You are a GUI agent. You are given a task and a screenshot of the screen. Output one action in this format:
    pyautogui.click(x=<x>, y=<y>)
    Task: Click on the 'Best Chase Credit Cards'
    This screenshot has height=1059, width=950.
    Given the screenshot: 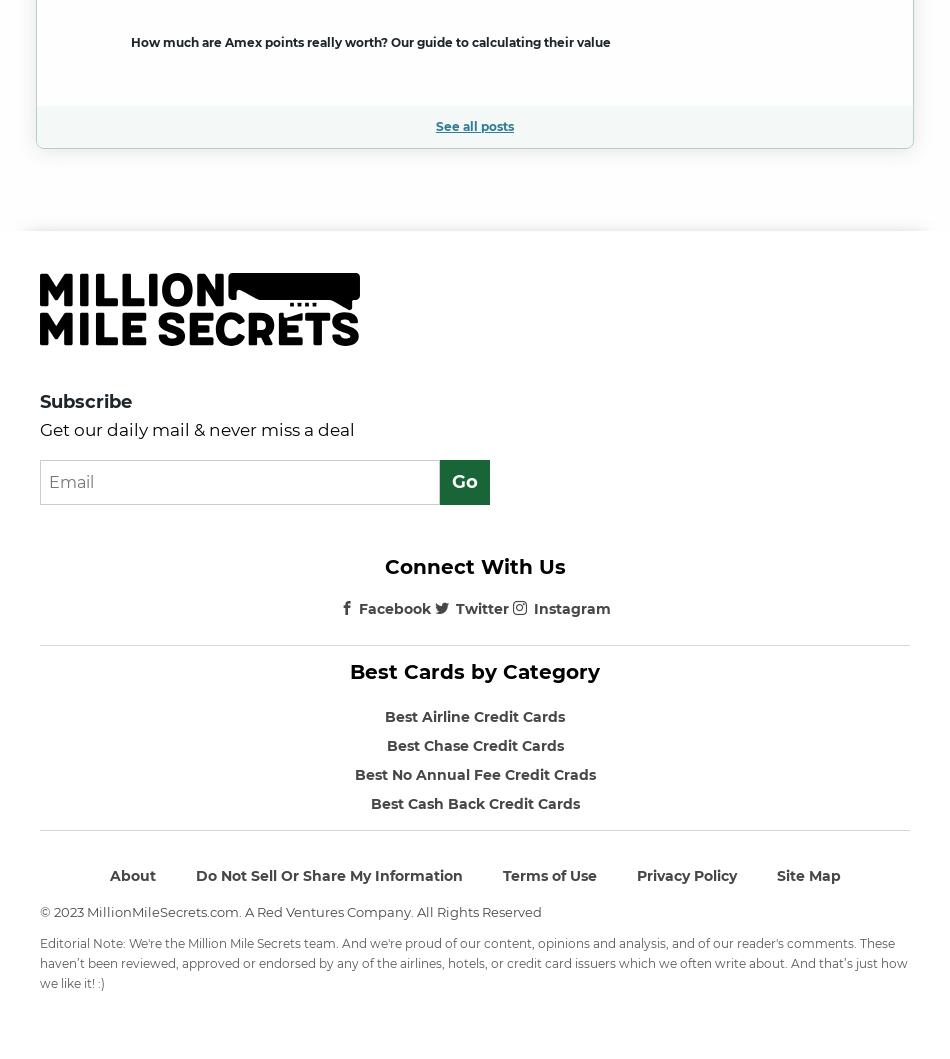 What is the action you would take?
    pyautogui.click(x=473, y=744)
    